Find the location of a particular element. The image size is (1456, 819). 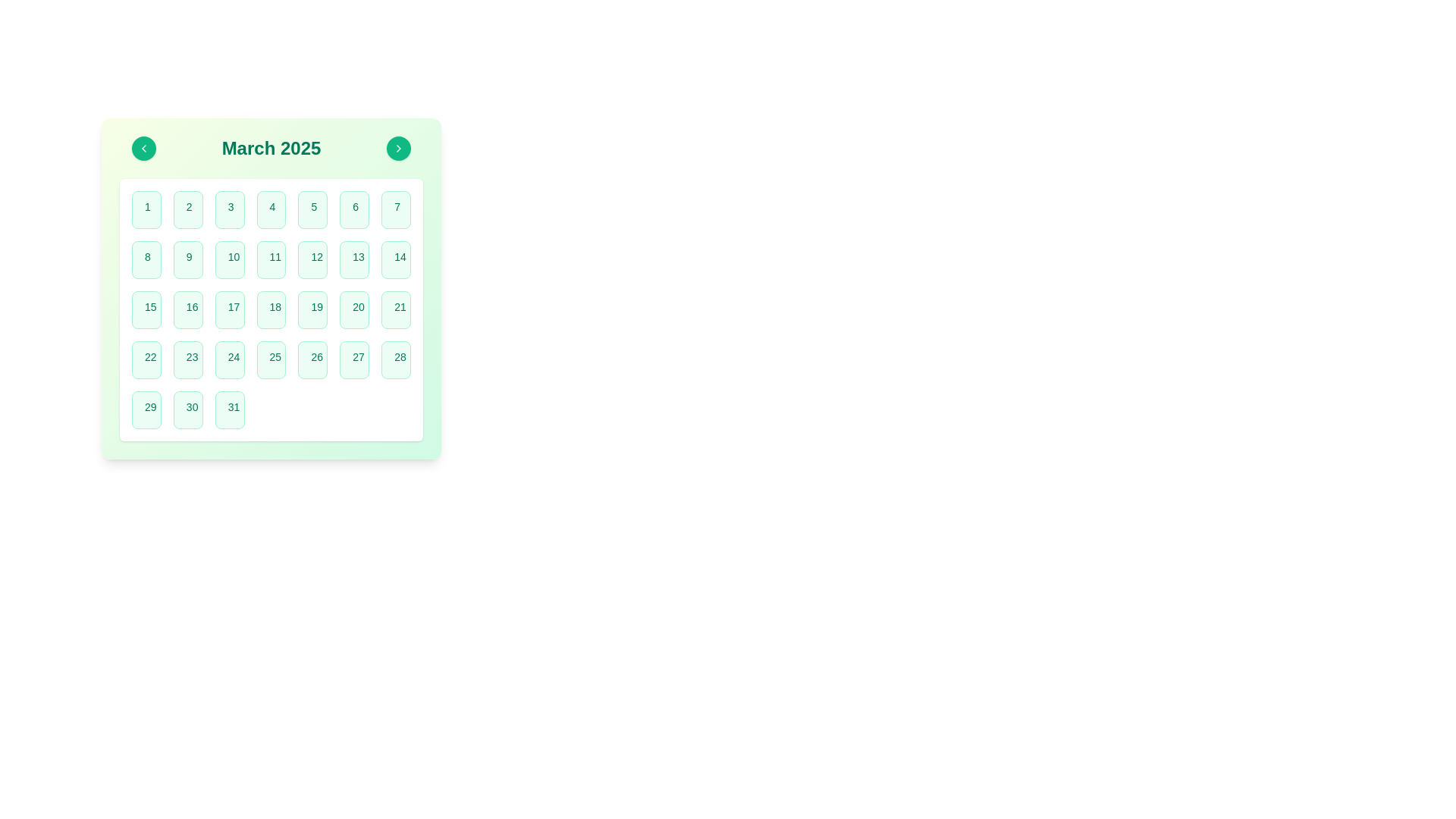

the light green rounded rectangular box containing the number '15' in a bold green font, which is located in the 3rd row, 1st column of the calendar grid is located at coordinates (146, 309).